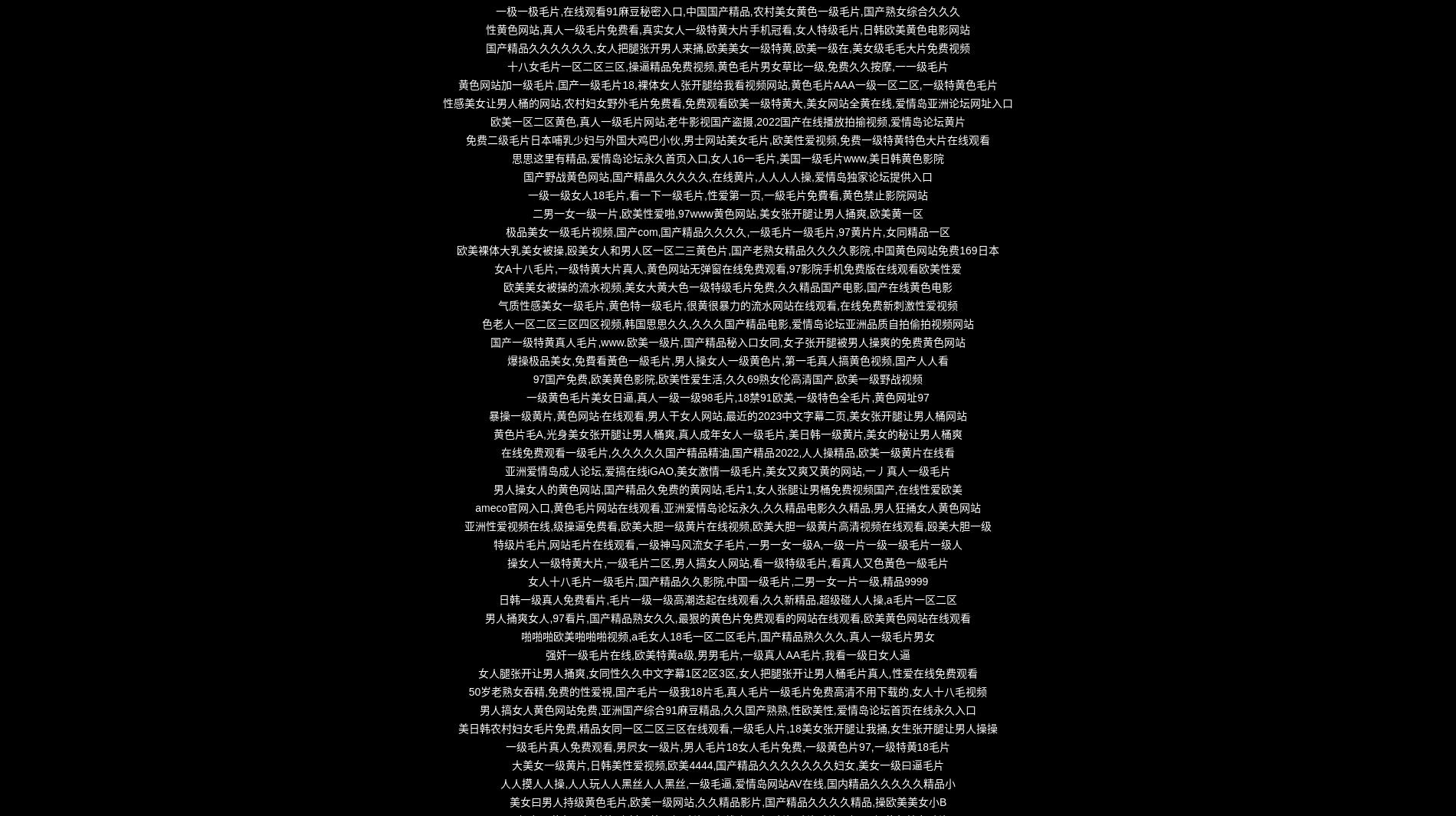 This screenshot has height=816, width=1456. What do you see at coordinates (507, 360) in the screenshot?
I see `'爆操极品美女,免費看黃色一級毛片,男人操女人一级黄色片,第一毛真人搞黄色视频,国产人人看'` at bounding box center [507, 360].